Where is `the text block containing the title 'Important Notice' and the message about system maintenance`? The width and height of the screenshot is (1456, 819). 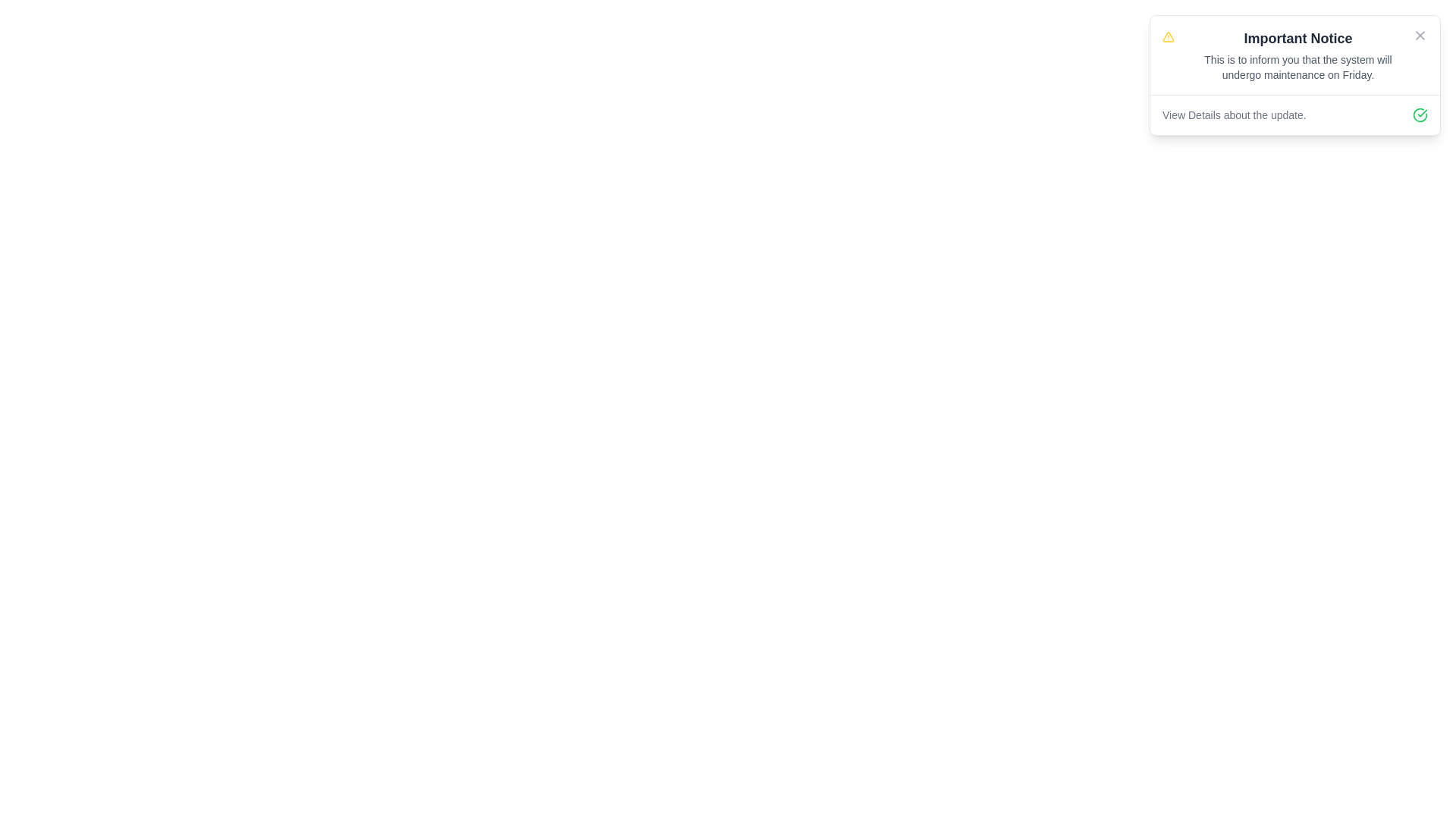
the text block containing the title 'Important Notice' and the message about system maintenance is located at coordinates (1298, 55).